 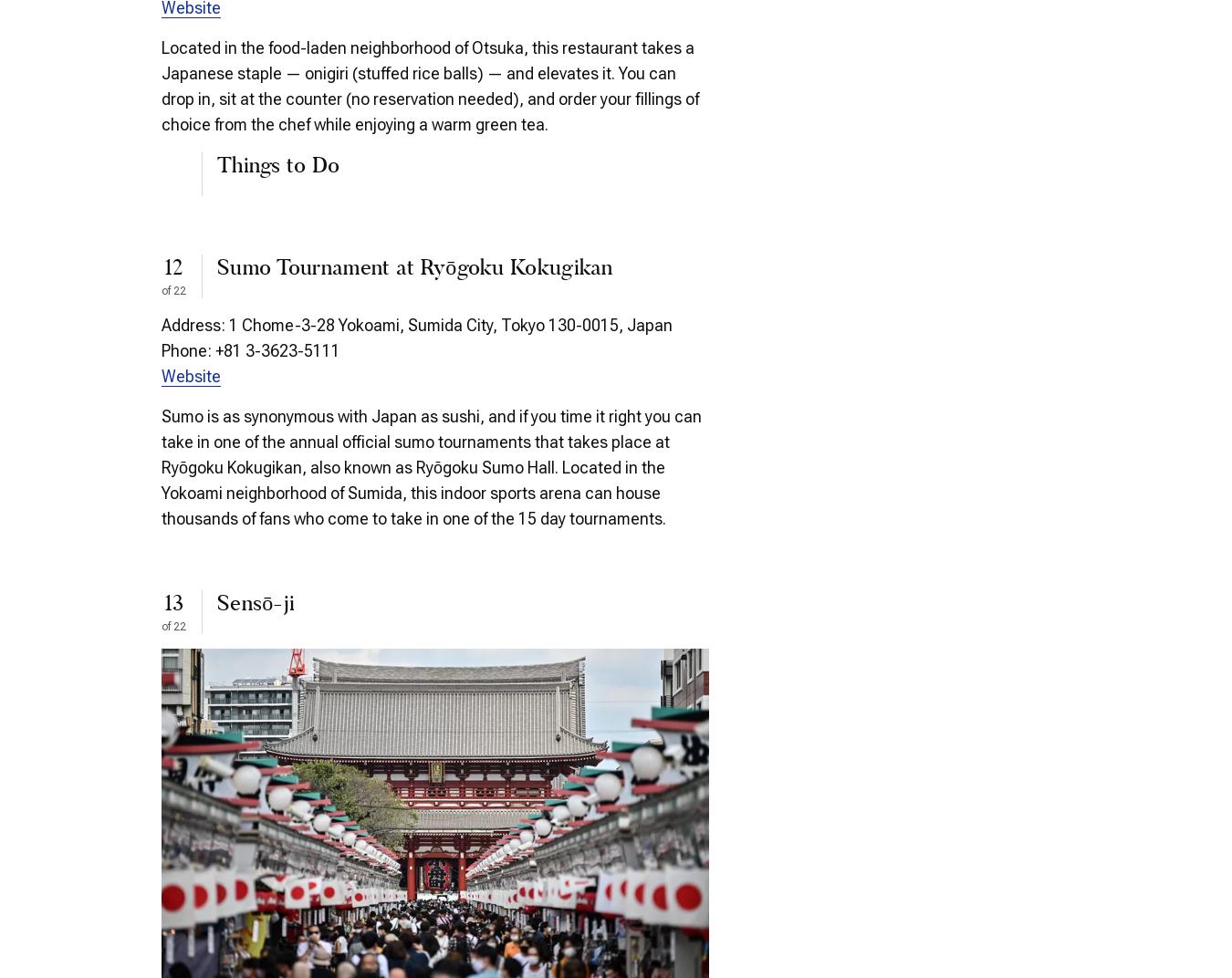 What do you see at coordinates (172, 605) in the screenshot?
I see `'13'` at bounding box center [172, 605].